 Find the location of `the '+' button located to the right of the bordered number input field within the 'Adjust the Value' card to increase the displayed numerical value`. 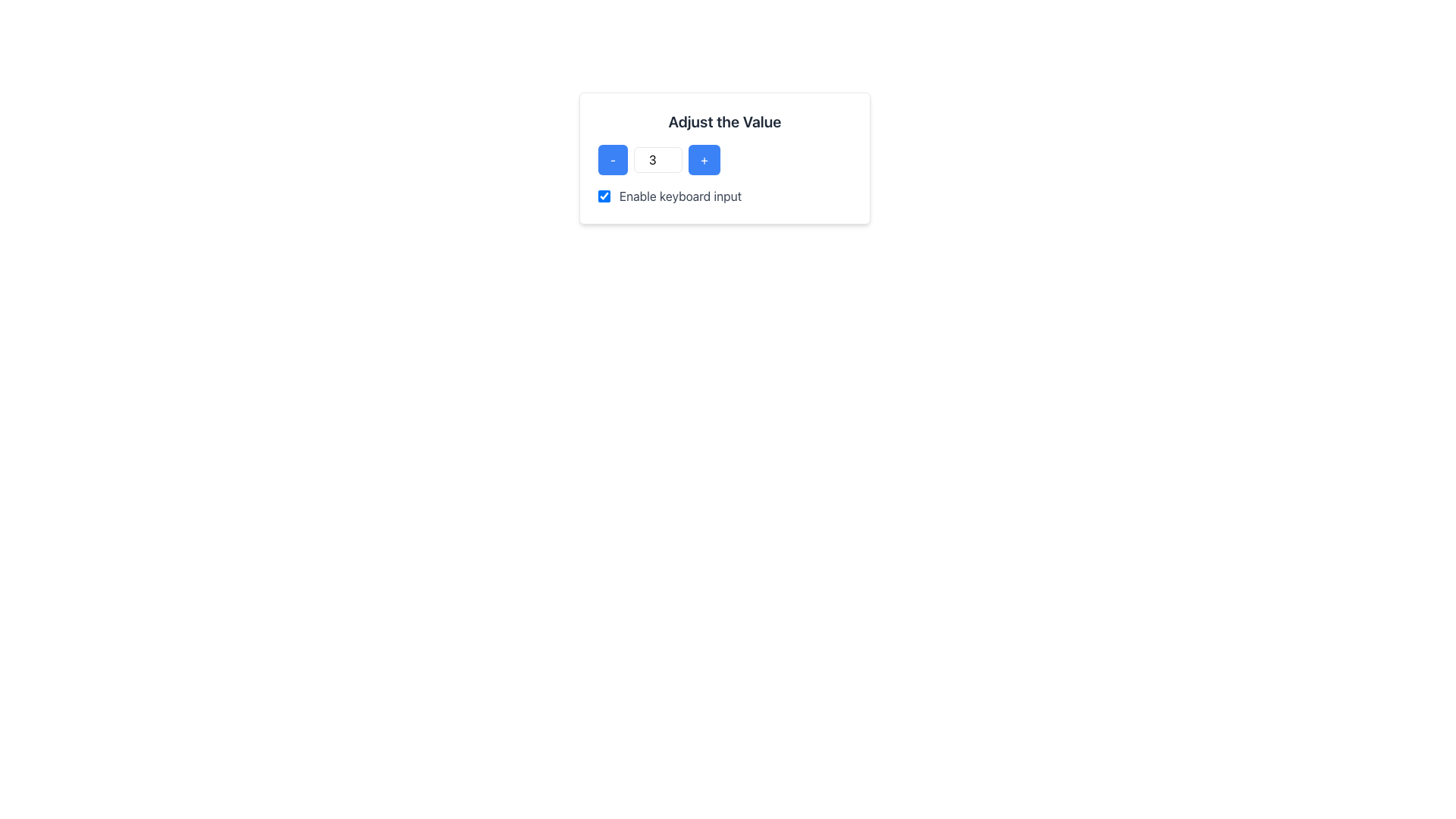

the '+' button located to the right of the bordered number input field within the 'Adjust the Value' card to increase the displayed numerical value is located at coordinates (704, 160).